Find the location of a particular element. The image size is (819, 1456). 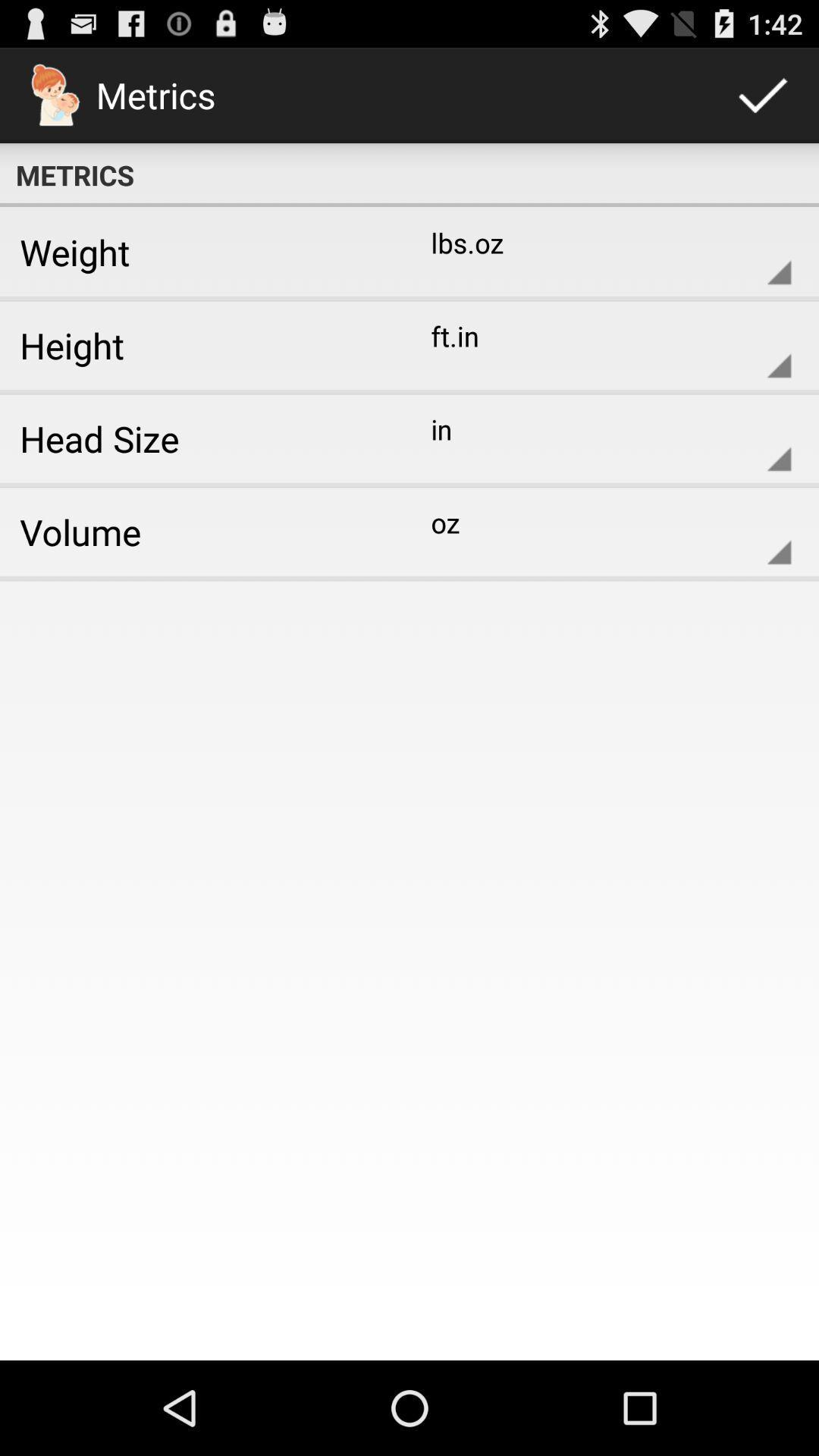

the icon on the left is located at coordinates (199, 532).